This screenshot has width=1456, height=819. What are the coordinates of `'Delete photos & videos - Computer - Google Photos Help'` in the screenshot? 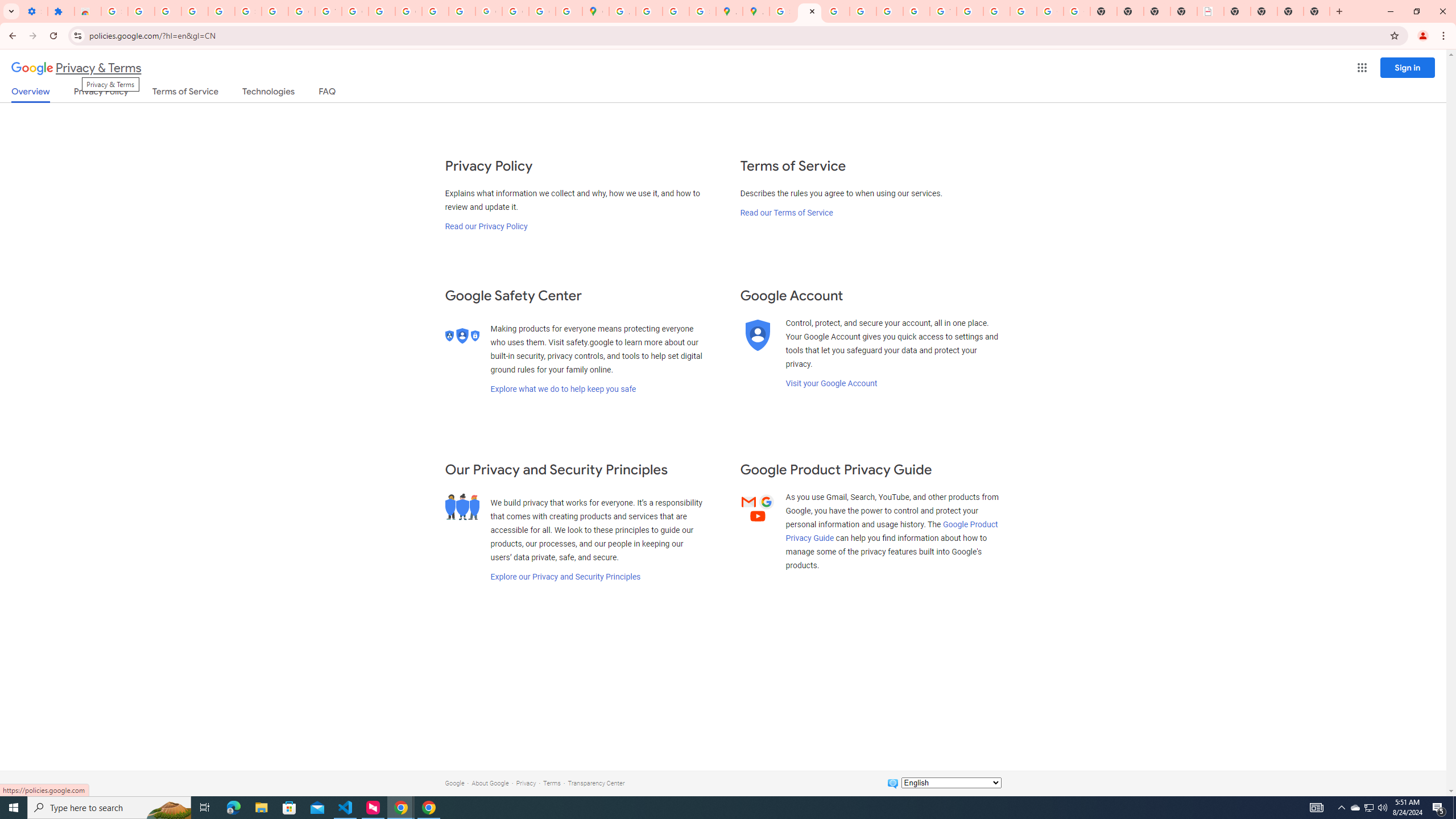 It's located at (167, 11).